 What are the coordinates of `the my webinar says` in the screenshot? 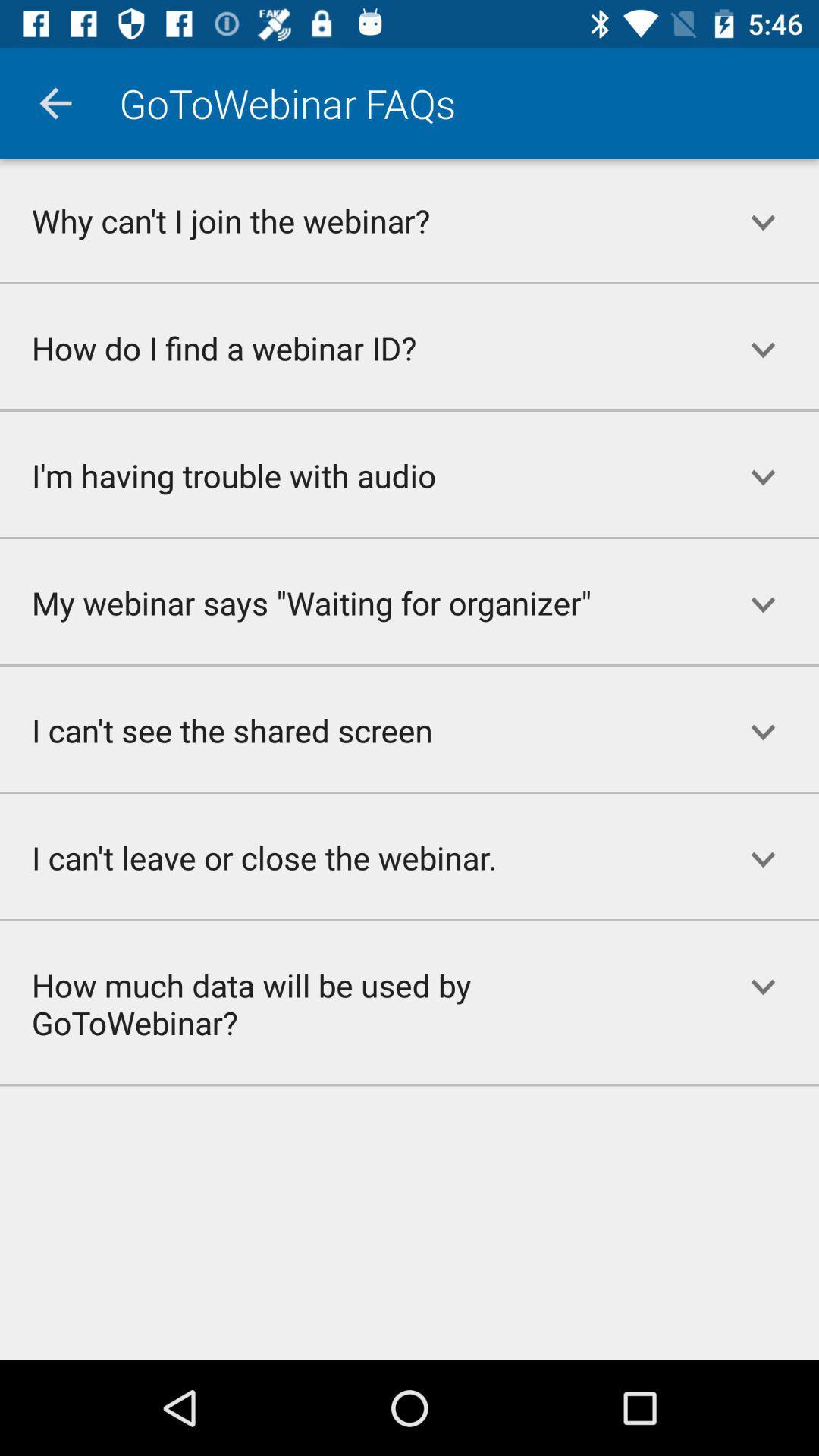 It's located at (353, 602).